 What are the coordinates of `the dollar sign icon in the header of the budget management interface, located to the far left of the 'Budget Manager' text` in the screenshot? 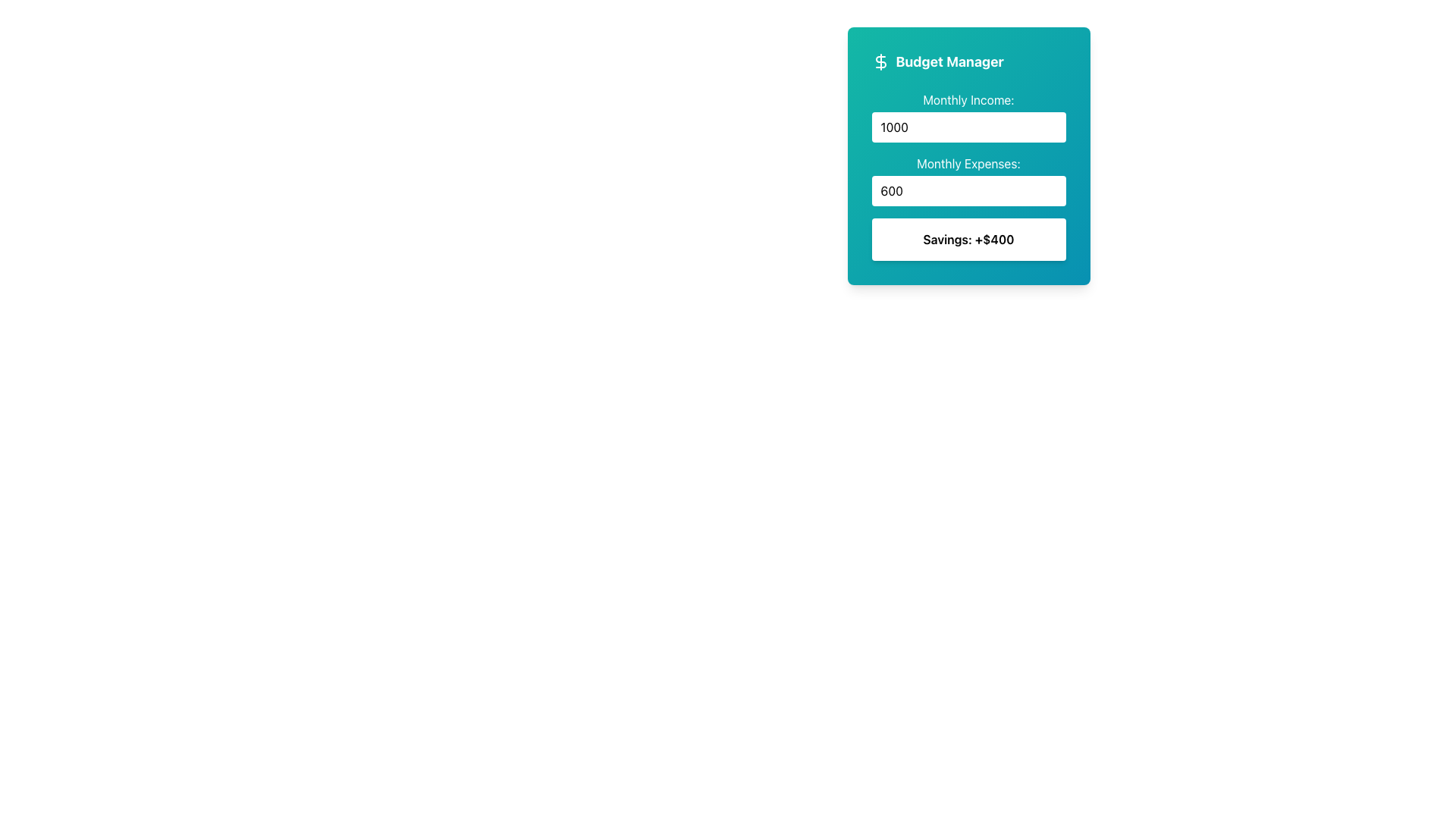 It's located at (880, 61).